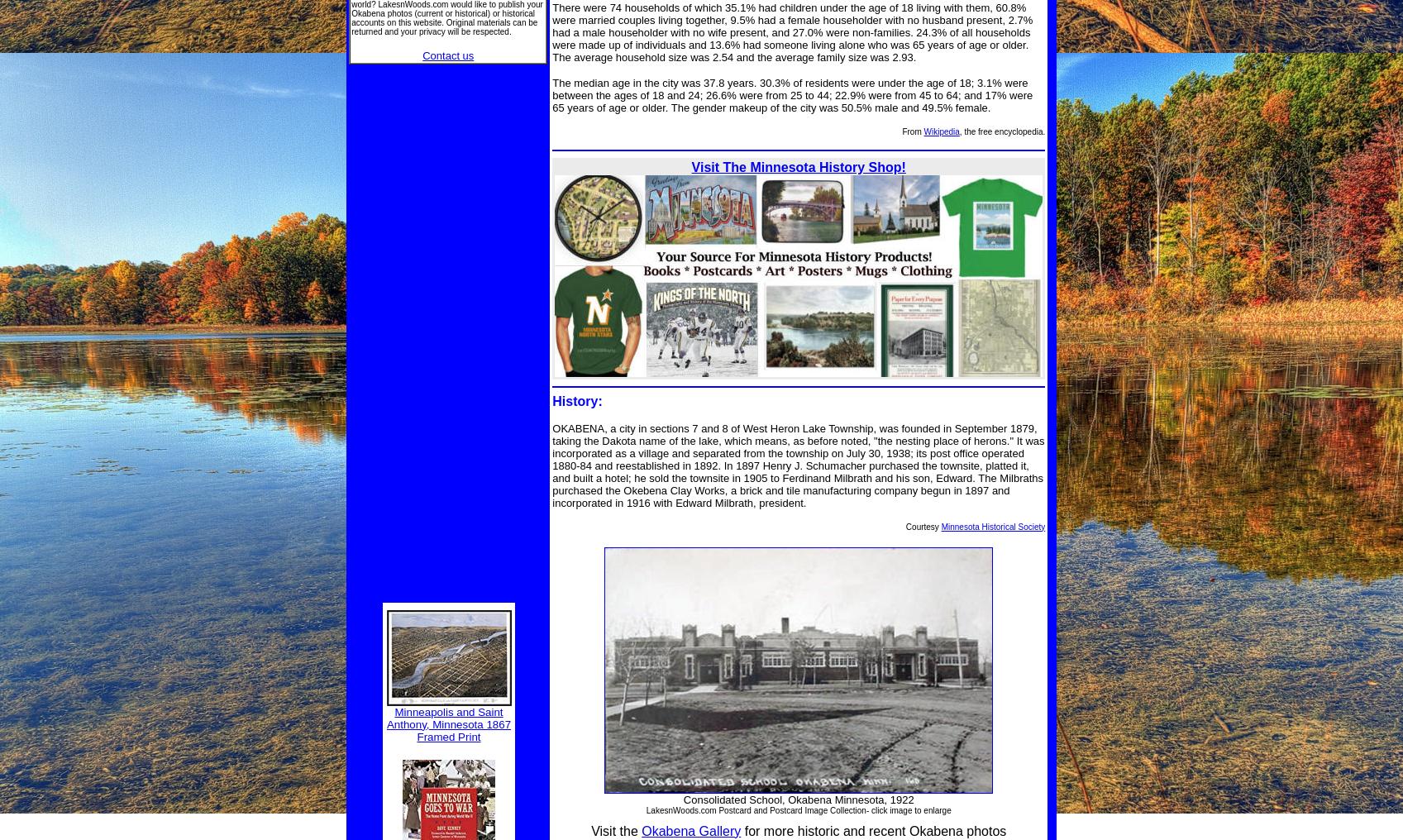 This screenshot has height=840, width=1403. What do you see at coordinates (798, 809) in the screenshot?
I see `'LakesnWoods.com Postcard and Postcard Image Collection- click image to enlarge'` at bounding box center [798, 809].